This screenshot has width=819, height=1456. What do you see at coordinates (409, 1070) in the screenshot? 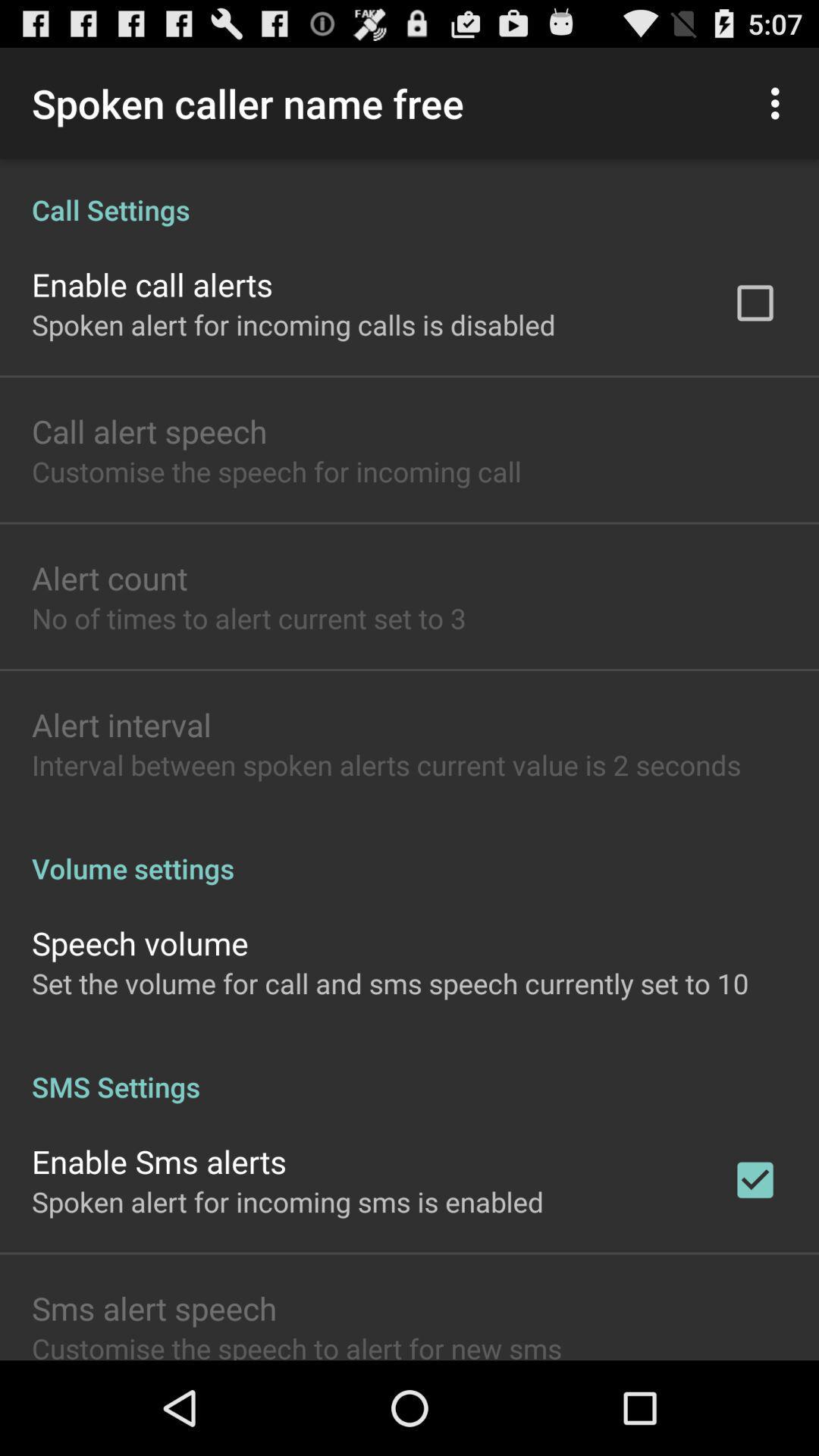
I see `the item below the set the volume item` at bounding box center [409, 1070].